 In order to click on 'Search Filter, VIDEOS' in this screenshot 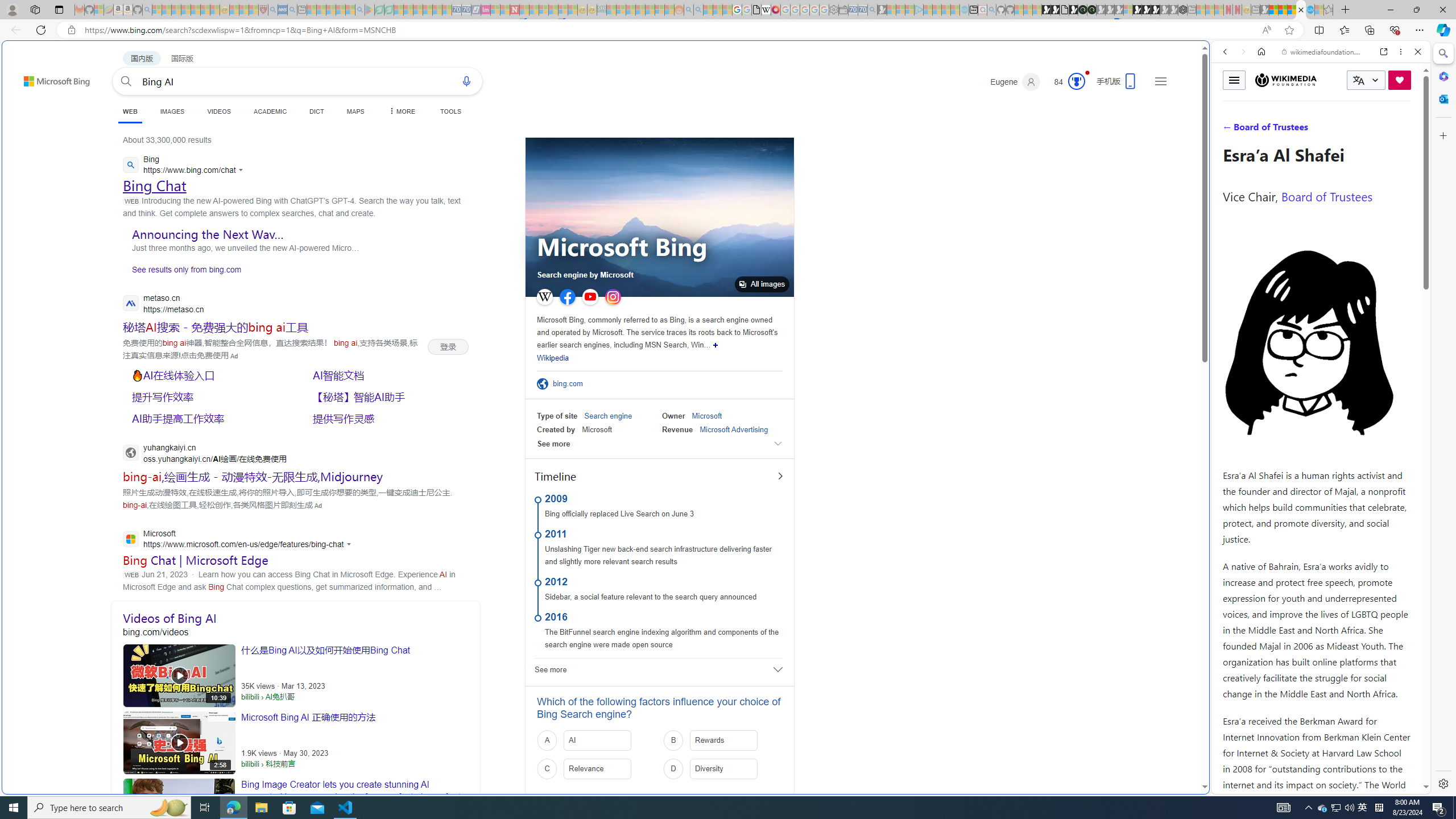, I will do `click(1300, 129)`.